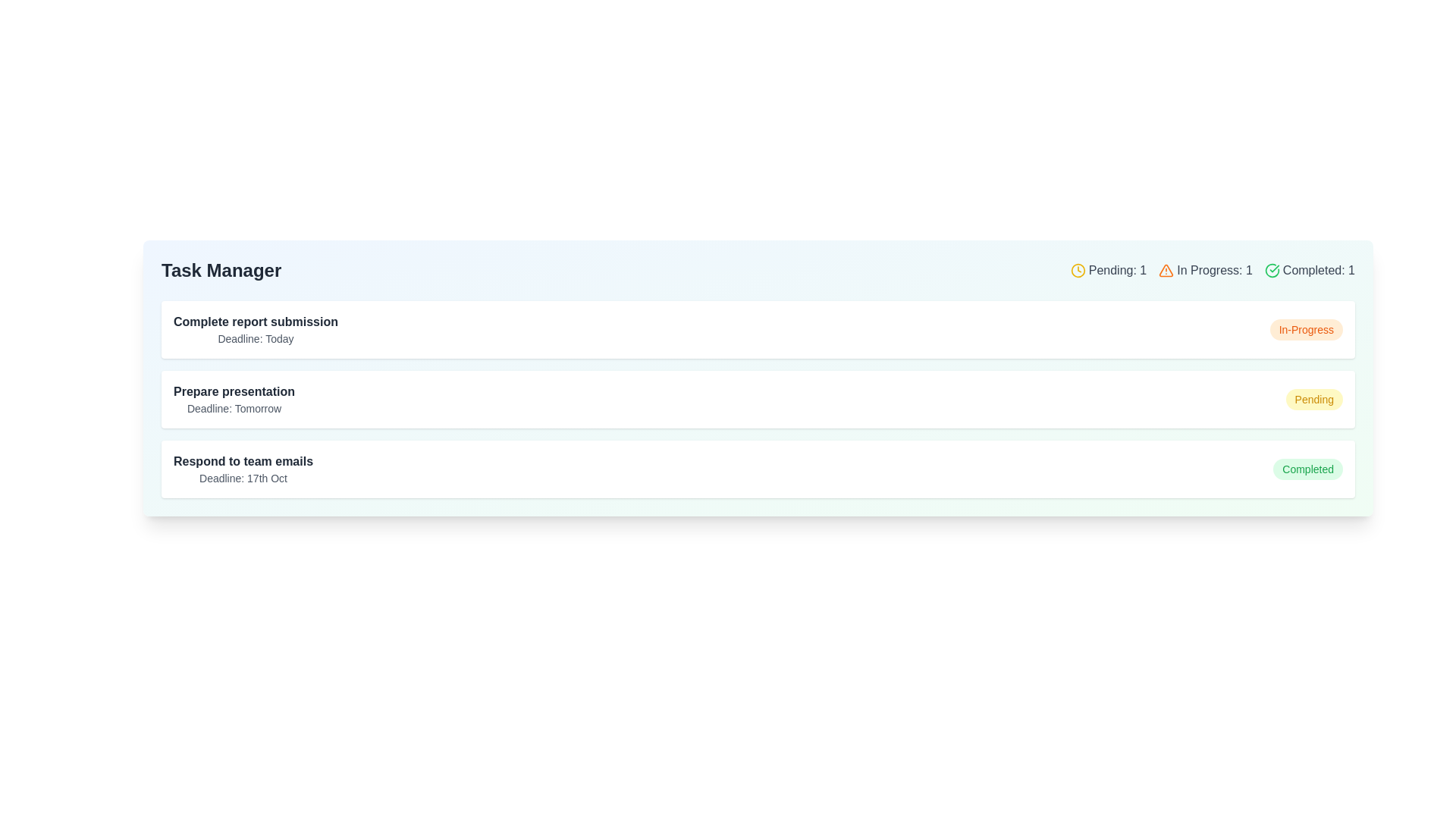 The image size is (1456, 819). Describe the element at coordinates (1117, 270) in the screenshot. I see `the text label reading 'Pending: 1' that is styled with a light gray font color and located near a clock icon in the status bar` at that location.